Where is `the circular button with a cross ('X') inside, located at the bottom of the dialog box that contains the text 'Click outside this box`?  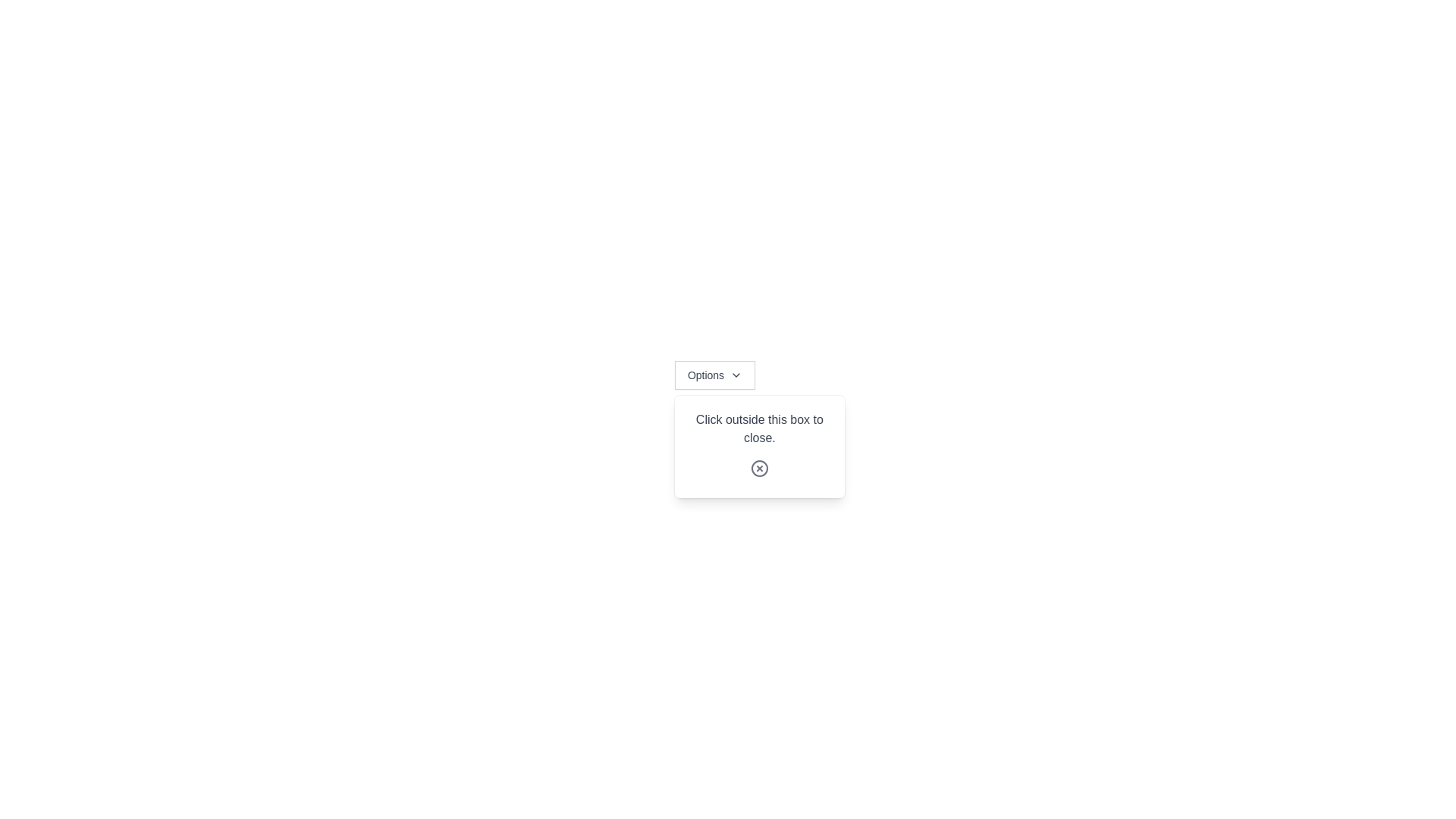
the circular button with a cross ('X') inside, located at the bottom of the dialog box that contains the text 'Click outside this box is located at coordinates (759, 467).